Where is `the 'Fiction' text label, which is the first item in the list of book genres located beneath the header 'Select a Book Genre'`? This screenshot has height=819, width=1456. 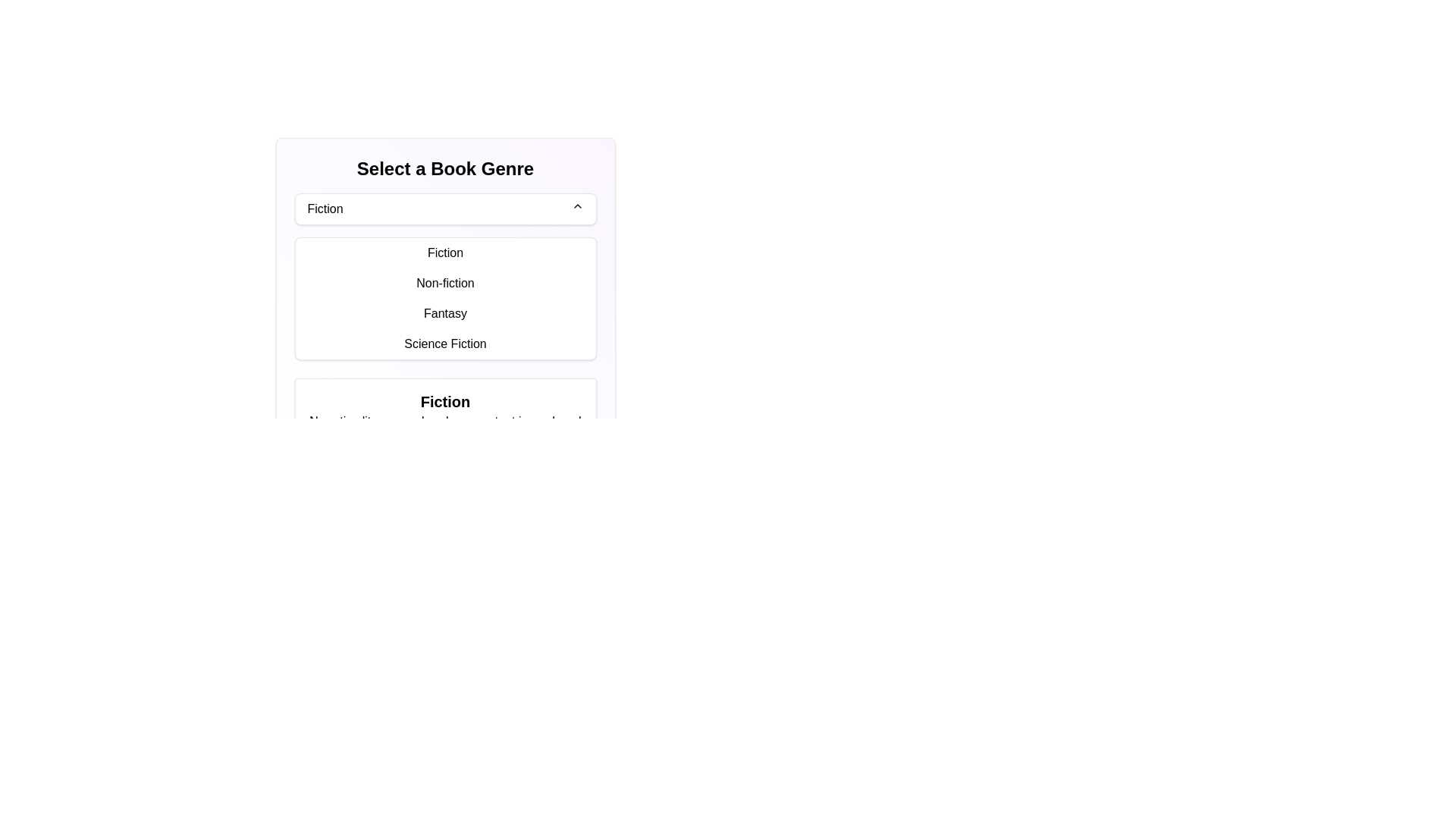
the 'Fiction' text label, which is the first item in the list of book genres located beneath the header 'Select a Book Genre' is located at coordinates (444, 253).